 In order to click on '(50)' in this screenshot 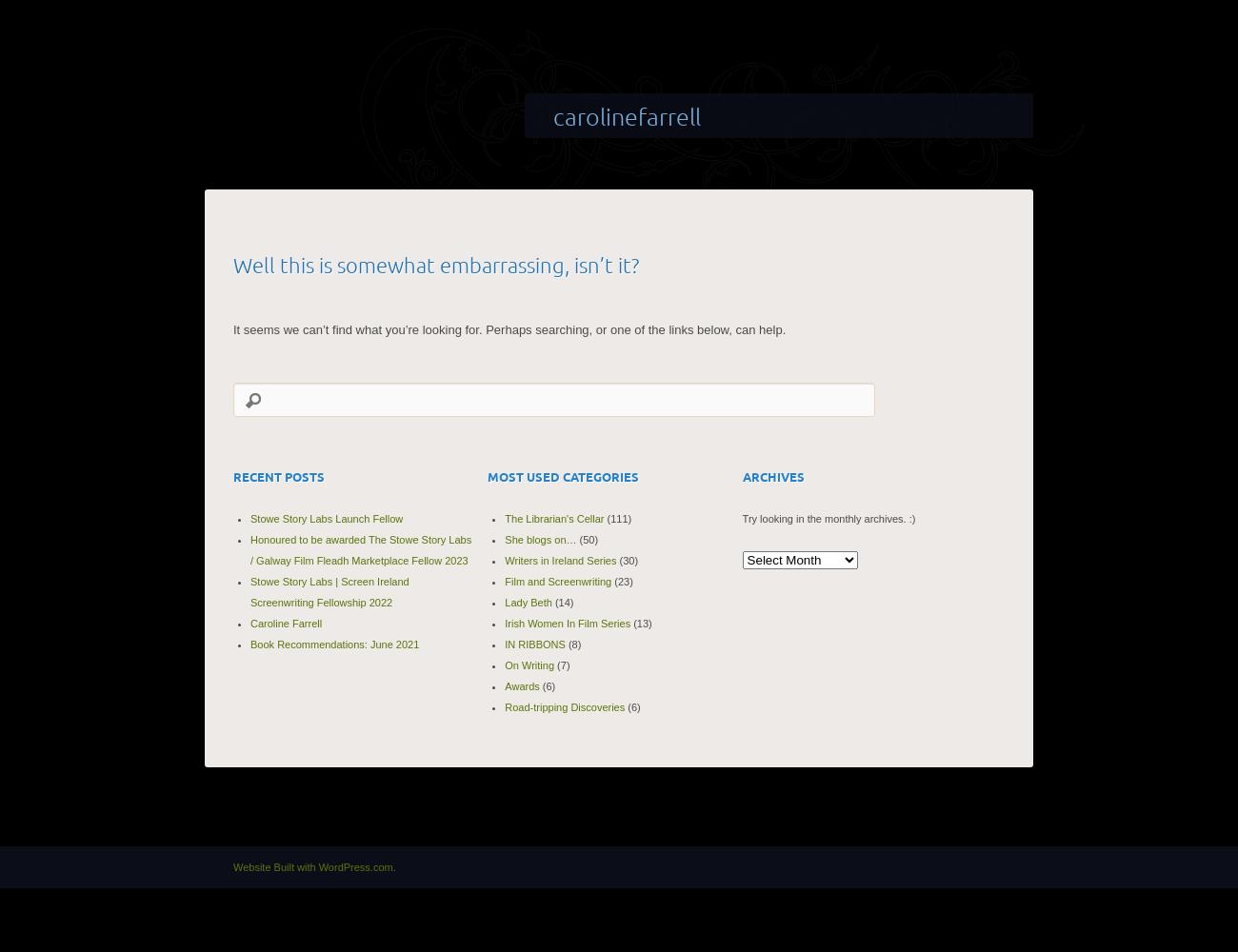, I will do `click(576, 538)`.